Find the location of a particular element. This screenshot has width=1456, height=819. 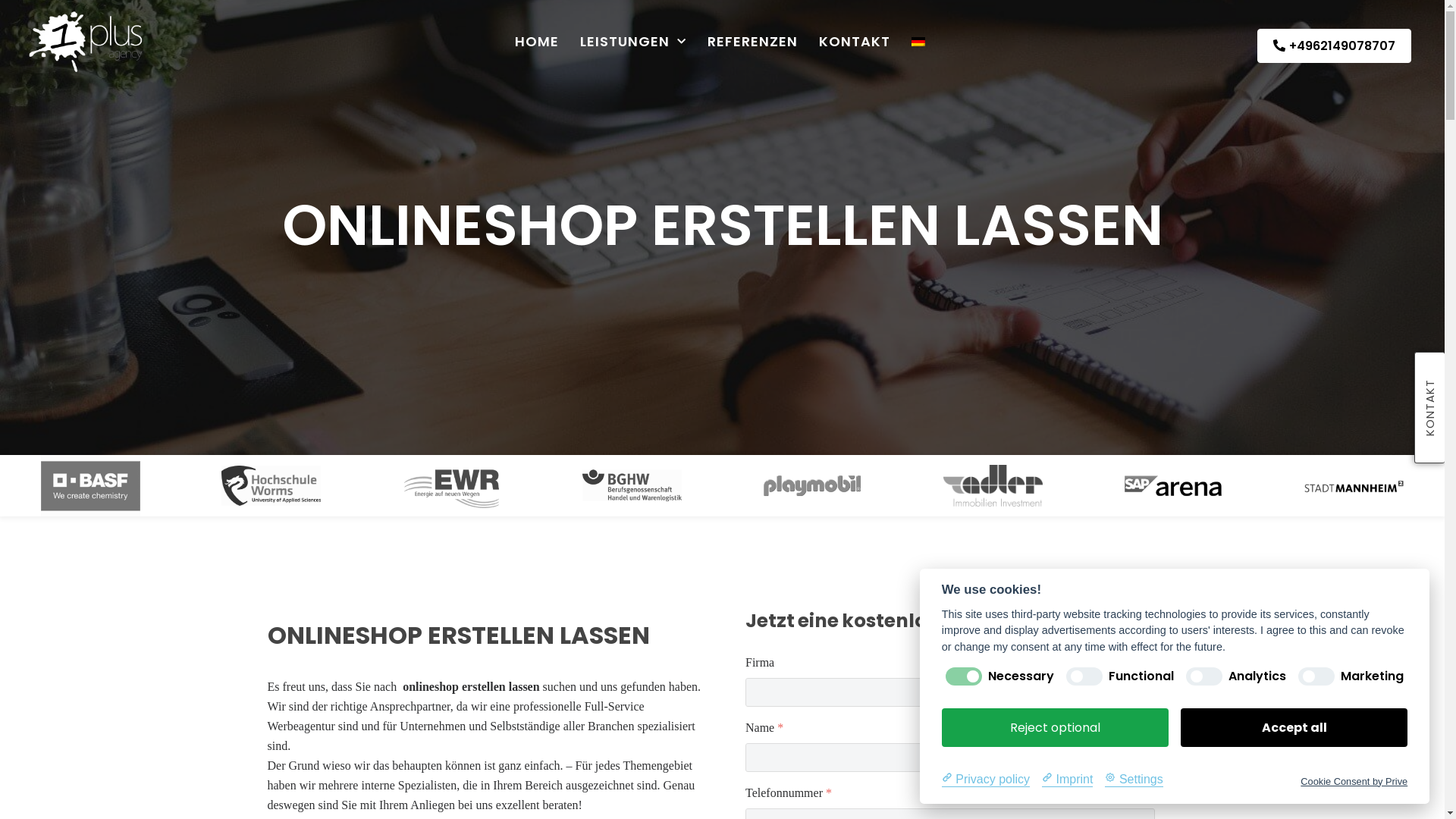

'Settings' is located at coordinates (1133, 778).